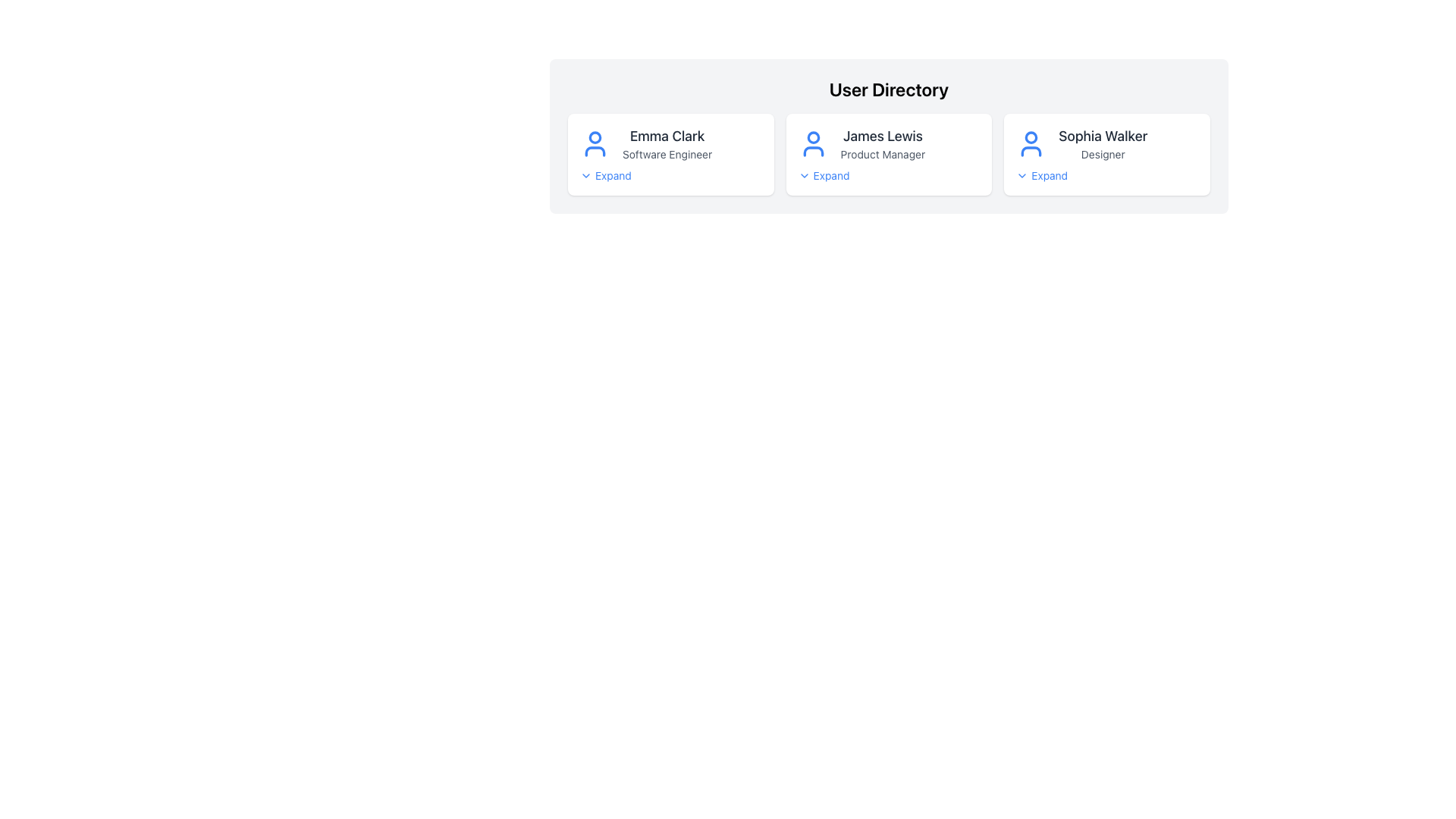 The width and height of the screenshot is (1456, 819). What do you see at coordinates (667, 143) in the screenshot?
I see `formatted name and job title text element located on the left side of the 'User Directory' interface, positioned below the blue user icon and above the 'Expand' link` at bounding box center [667, 143].